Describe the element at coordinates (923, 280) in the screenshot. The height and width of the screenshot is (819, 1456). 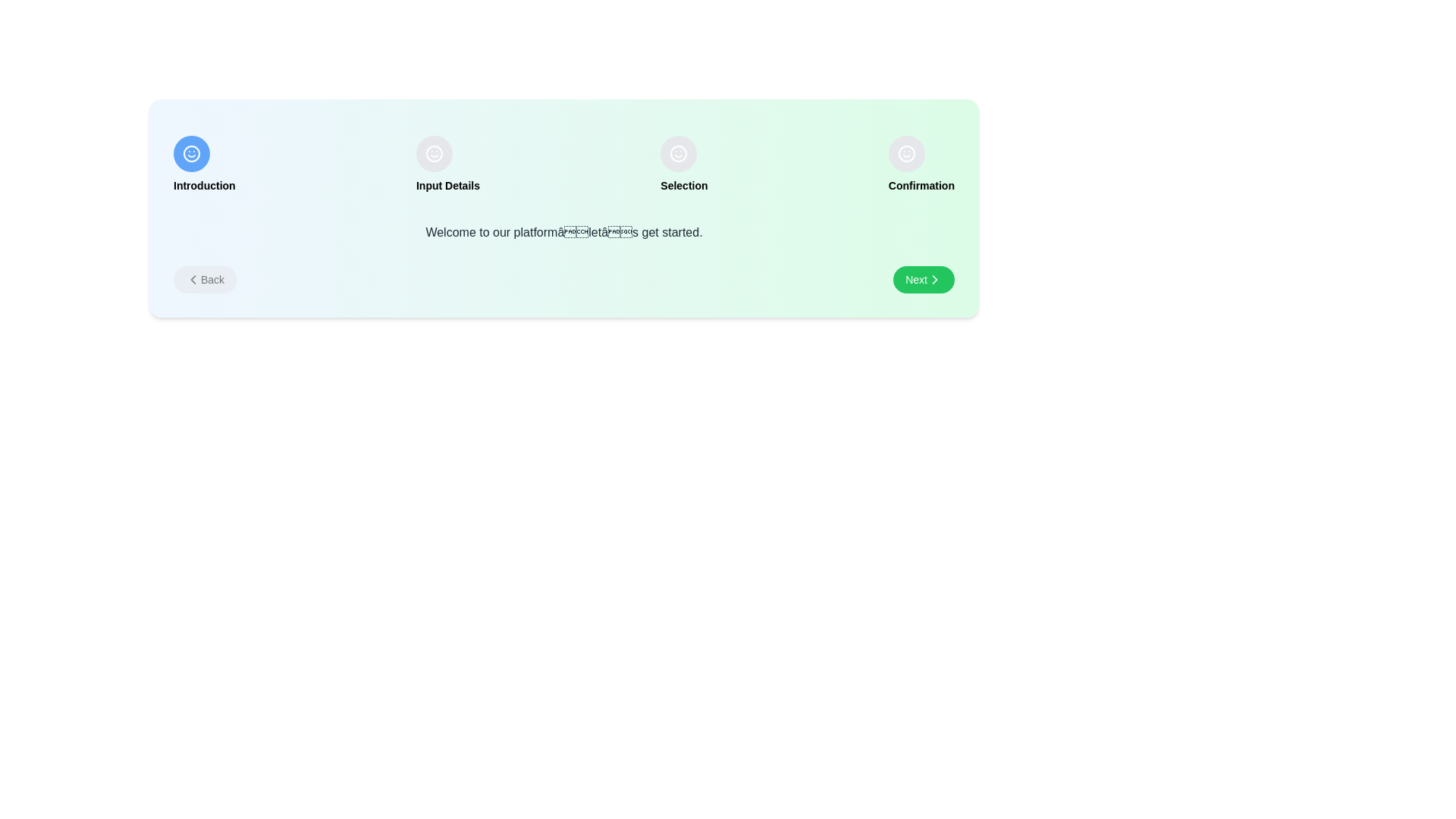
I see `'Next' button to proceed to the next step in the onboarding process` at that location.